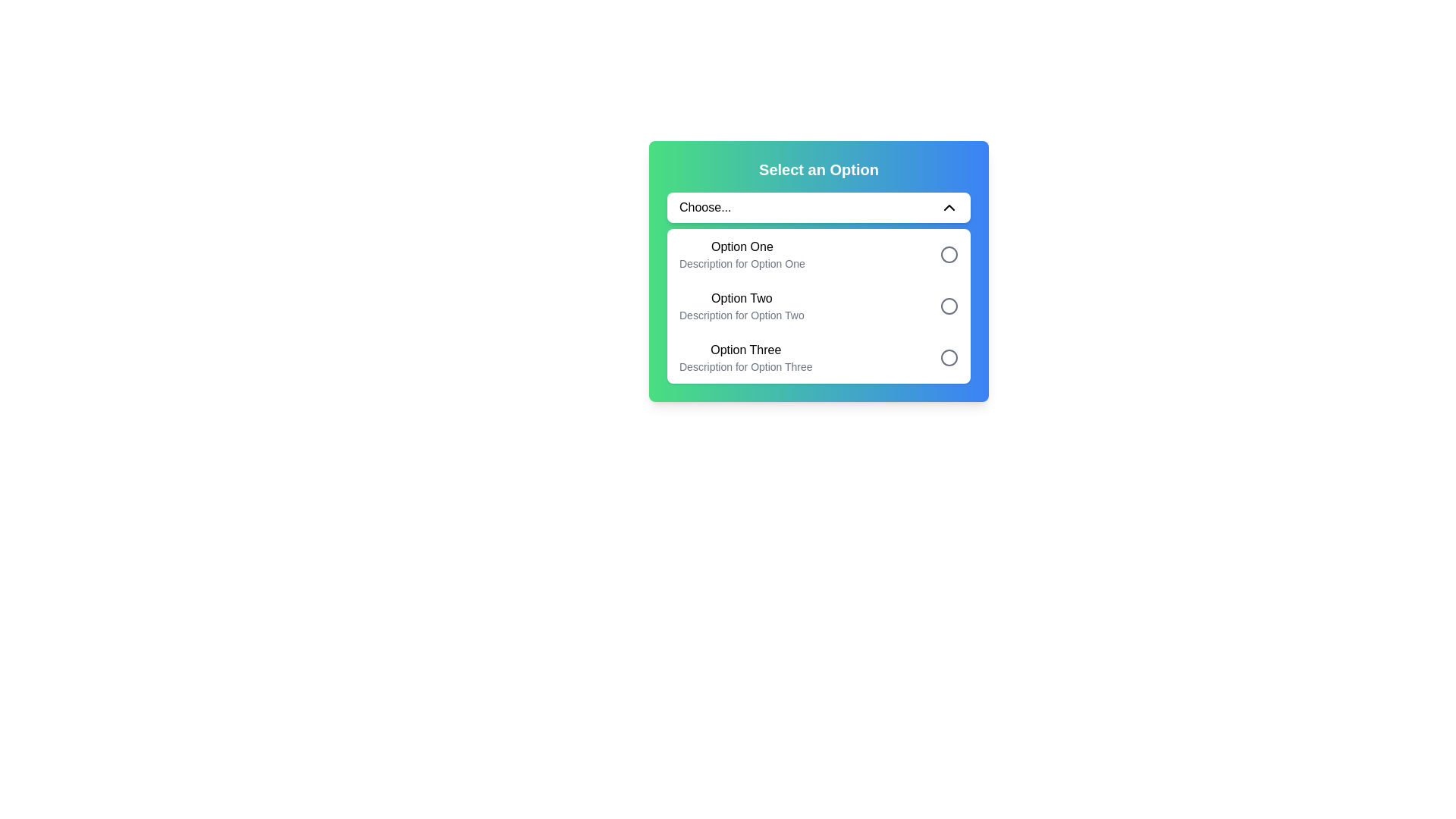 This screenshot has width=1456, height=819. Describe the element at coordinates (818, 169) in the screenshot. I see `the text component reading 'Select an Option', which is styled in white, bold, and large text, located at the top center of a card with a gradient background transitioning from green to blue` at that location.